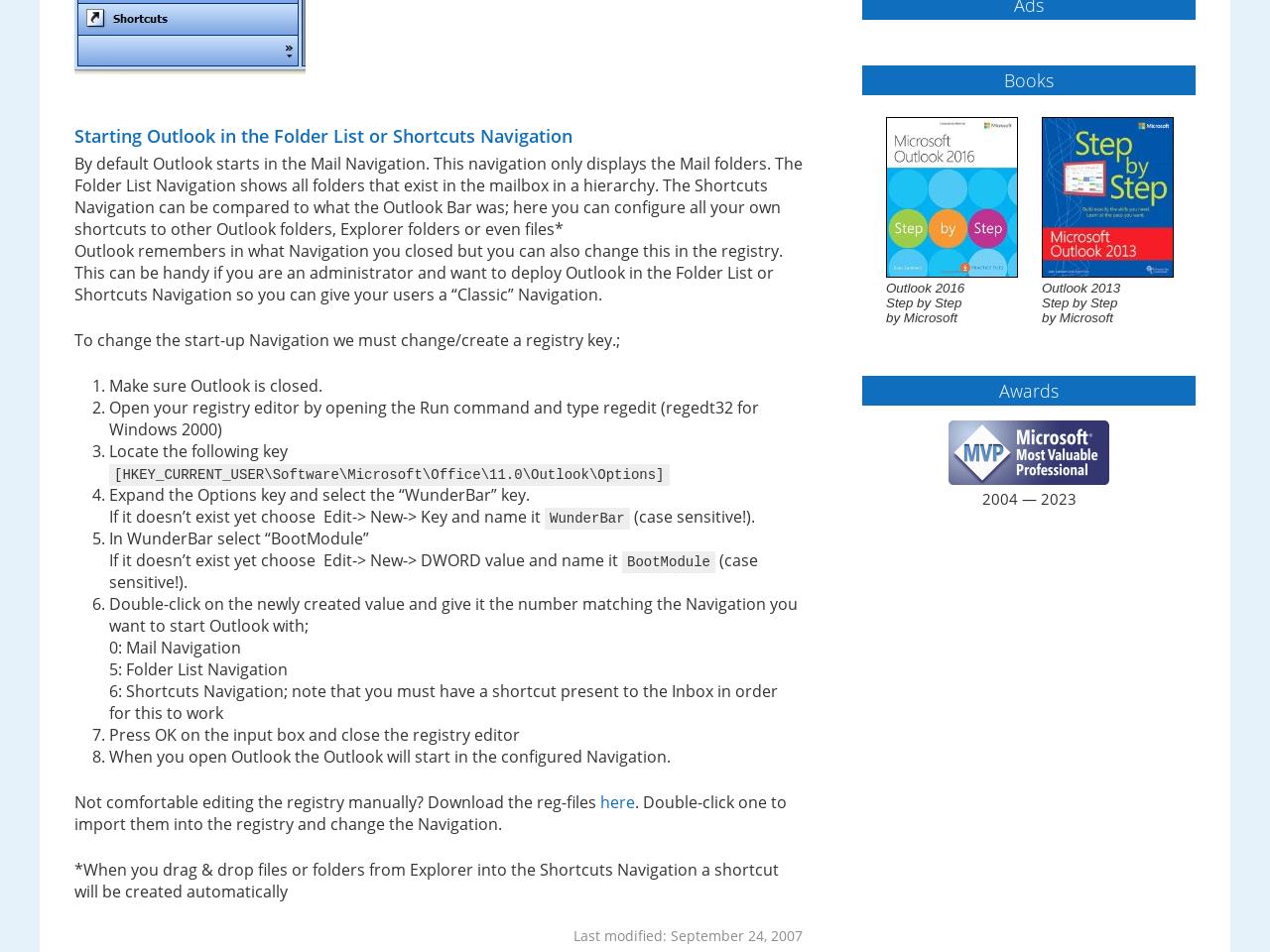 The width and height of the screenshot is (1270, 952). I want to click on 'Expand the Options key and select the “WunderBar” key.', so click(319, 494).